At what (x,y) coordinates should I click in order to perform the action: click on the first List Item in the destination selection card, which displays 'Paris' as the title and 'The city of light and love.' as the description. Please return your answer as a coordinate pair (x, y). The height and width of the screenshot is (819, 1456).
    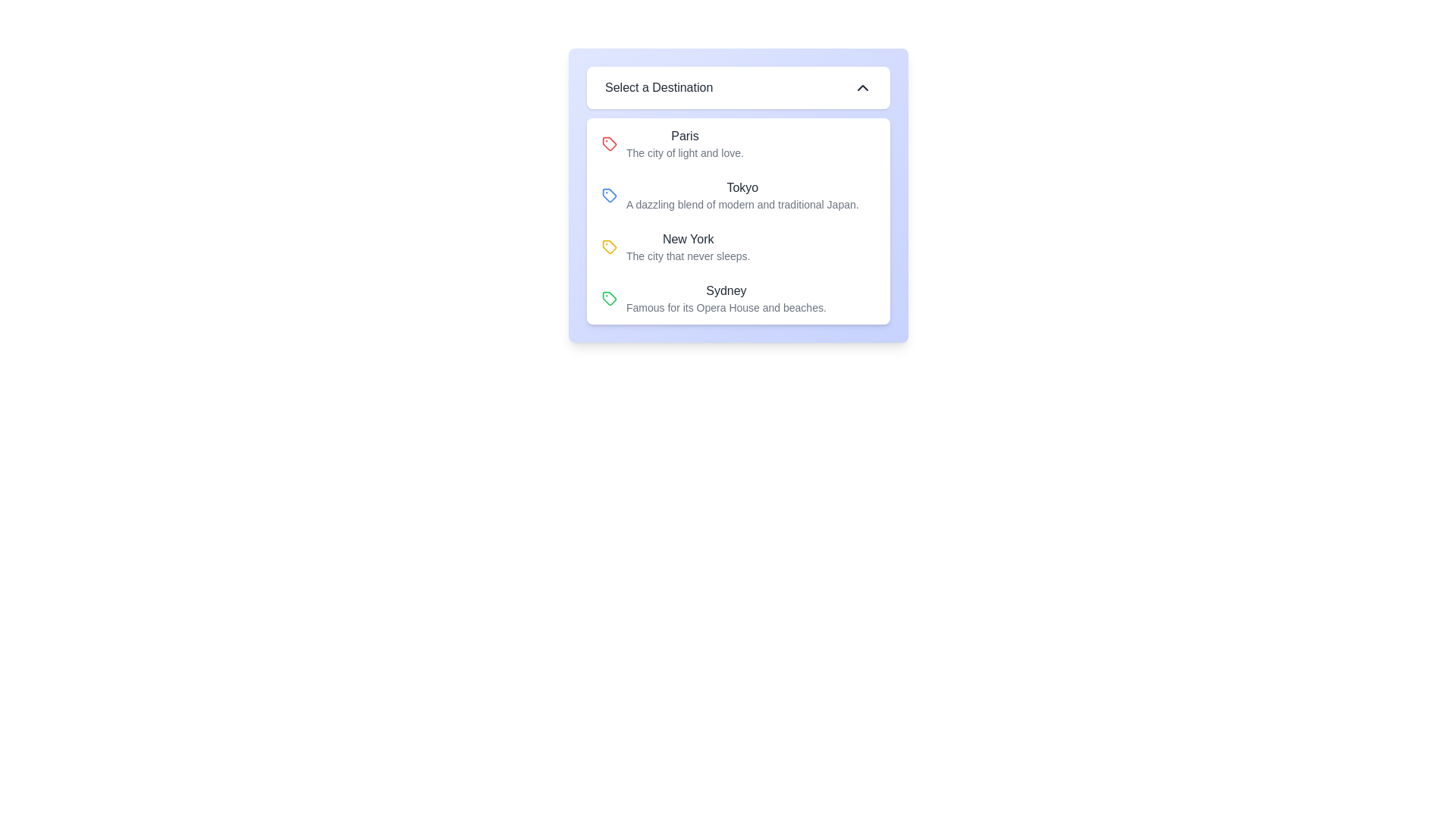
    Looking at the image, I should click on (739, 143).